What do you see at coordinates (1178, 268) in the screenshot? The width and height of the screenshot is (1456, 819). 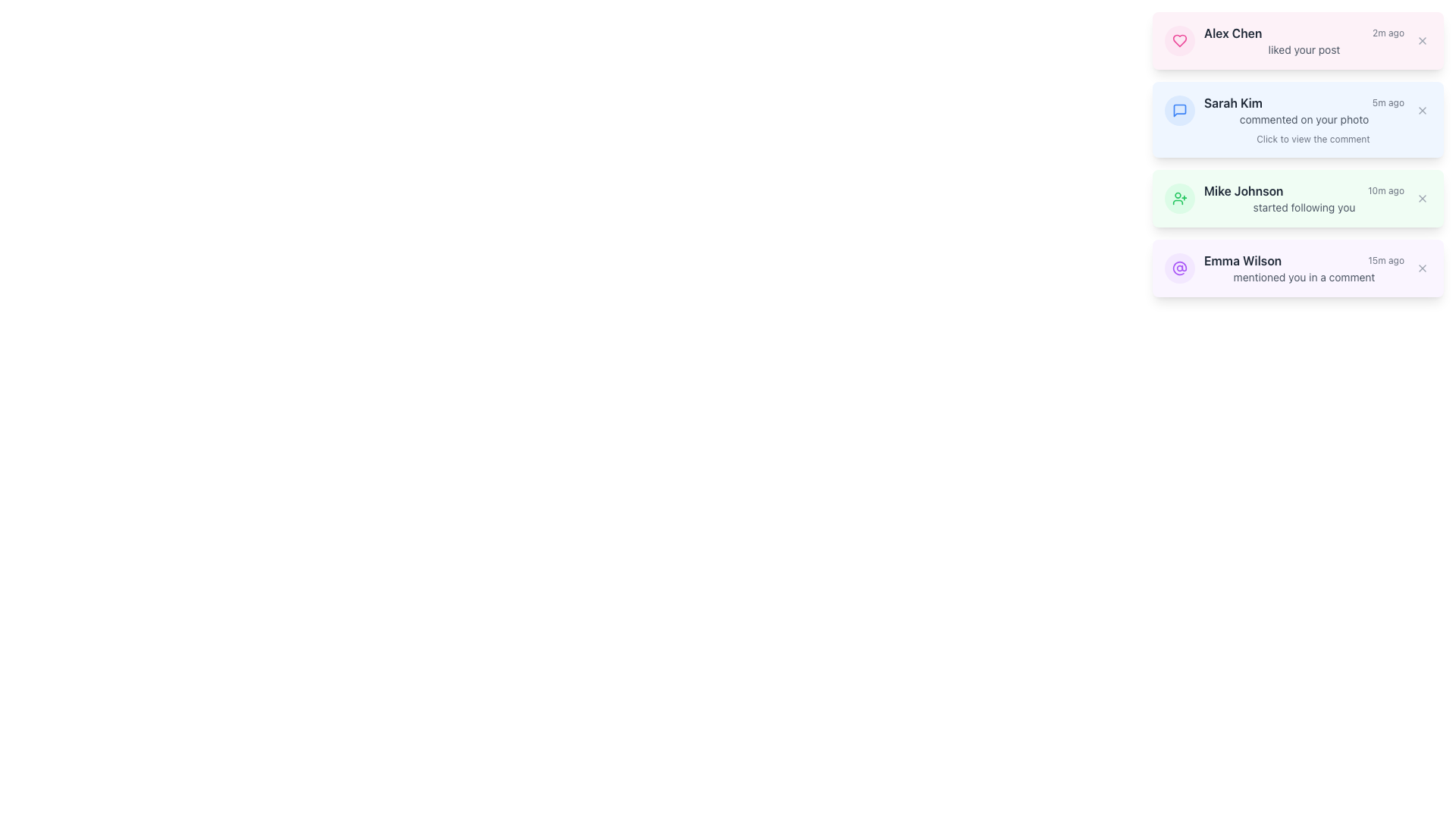 I see `the purple circular icon with an embossed '@' symbol located in the fourth notification card from the top in the notification panel, aligned with the text 'Emma Wilson mentioned you in a comment'` at bounding box center [1178, 268].